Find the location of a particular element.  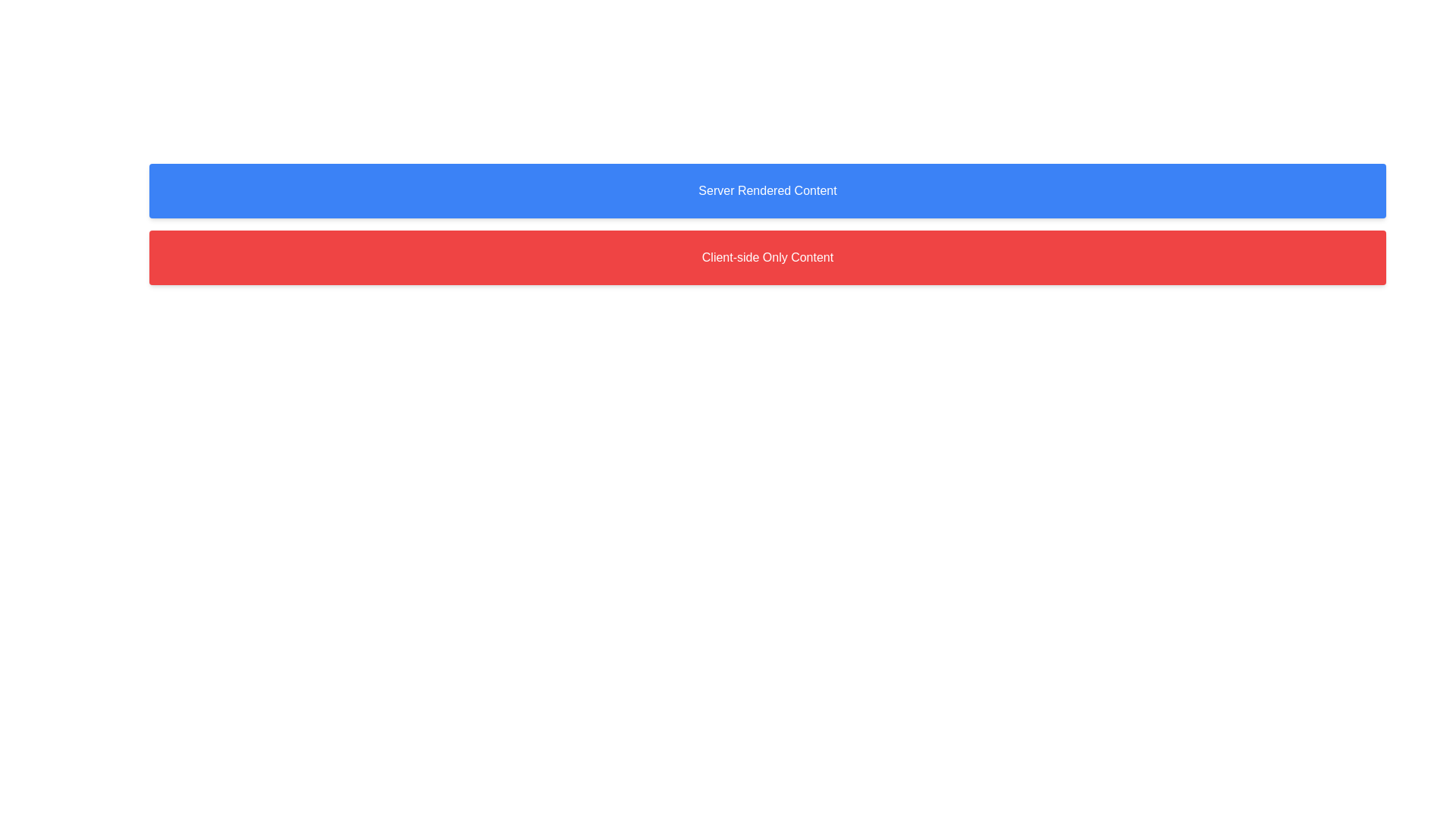

the static text block labeled 'Client-side Only Content' with a red background and white text is located at coordinates (767, 256).